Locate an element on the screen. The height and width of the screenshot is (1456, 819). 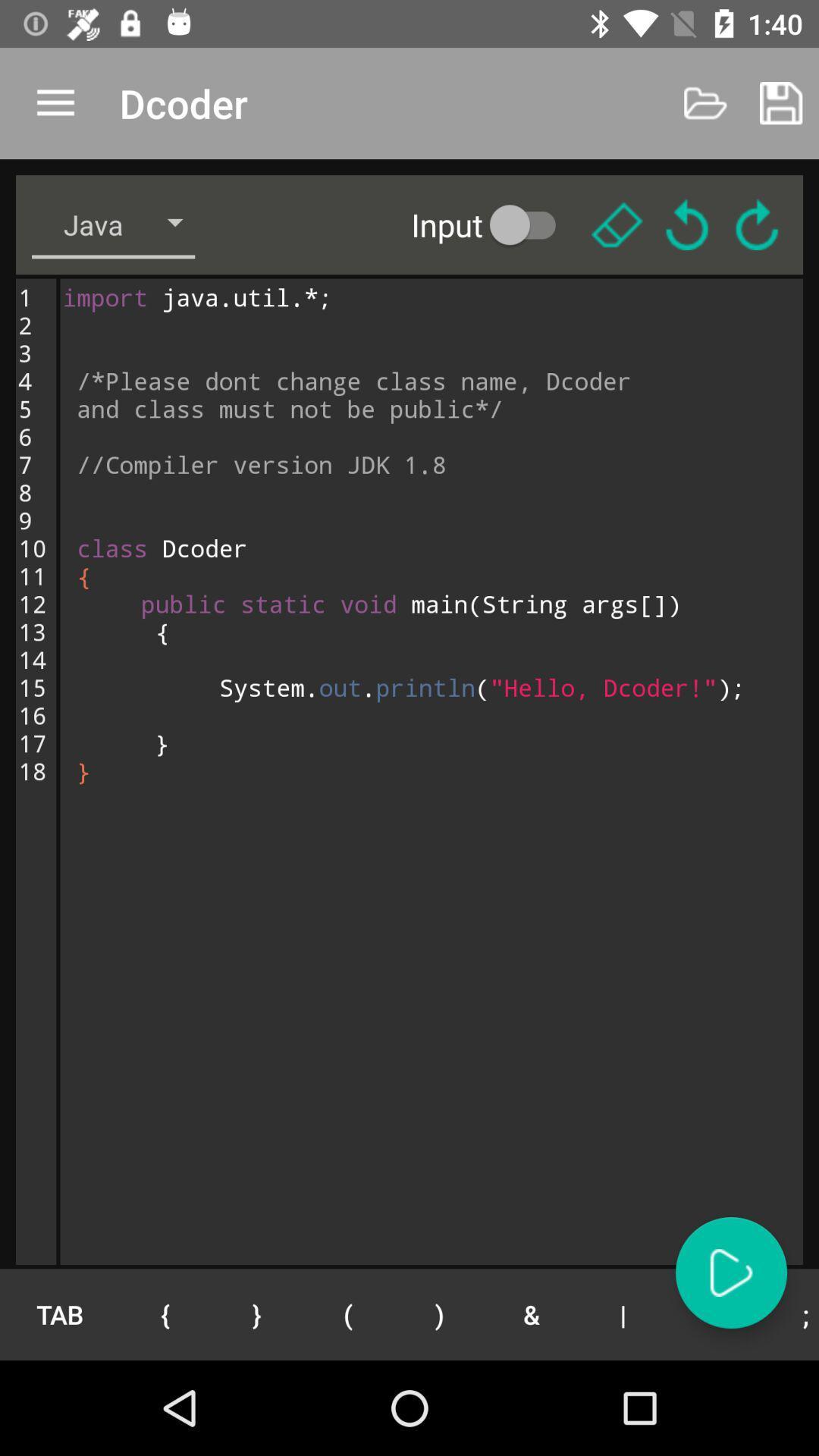
the button to the right of { item is located at coordinates (256, 1313).